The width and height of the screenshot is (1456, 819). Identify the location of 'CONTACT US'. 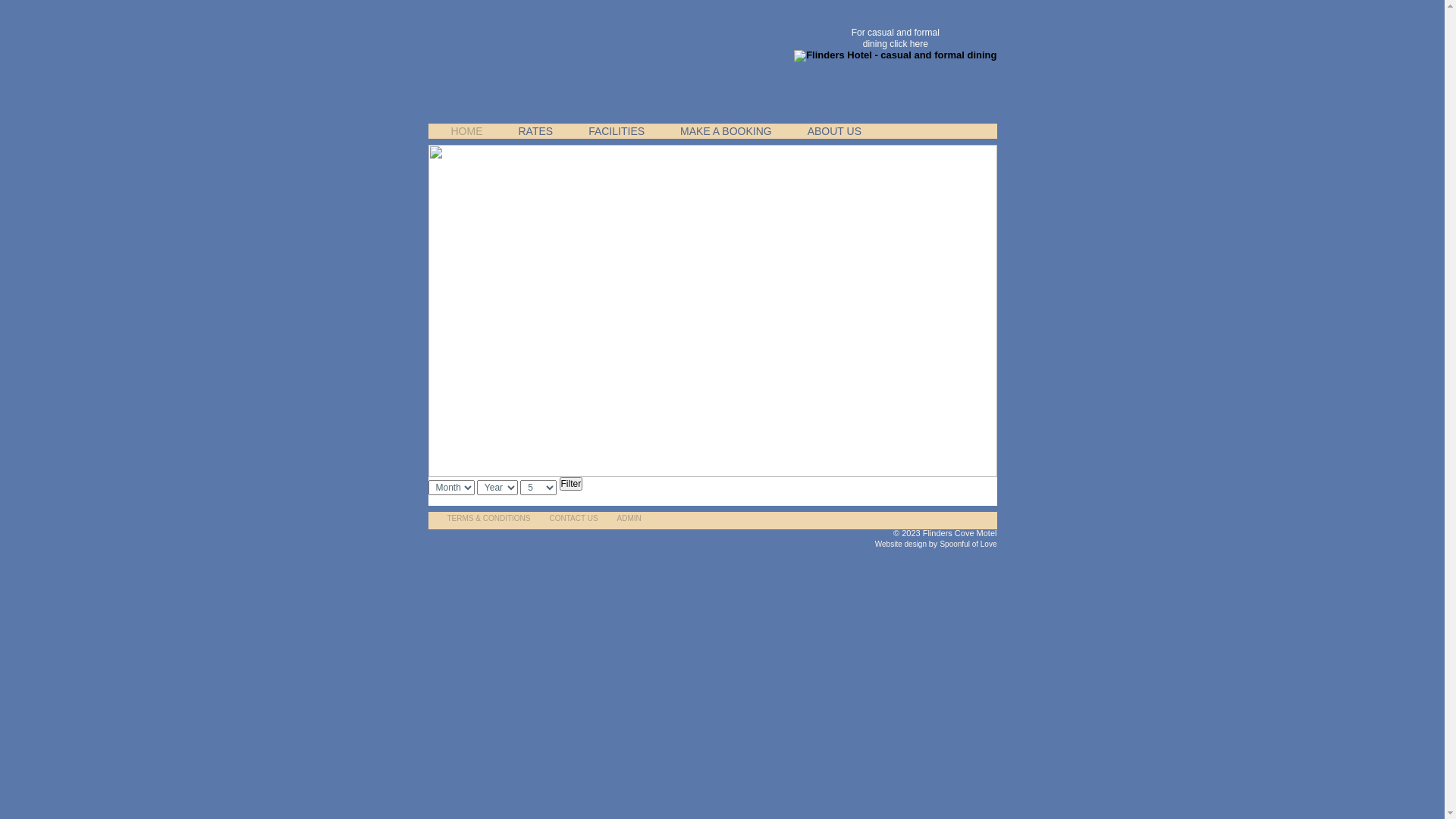
(570, 517).